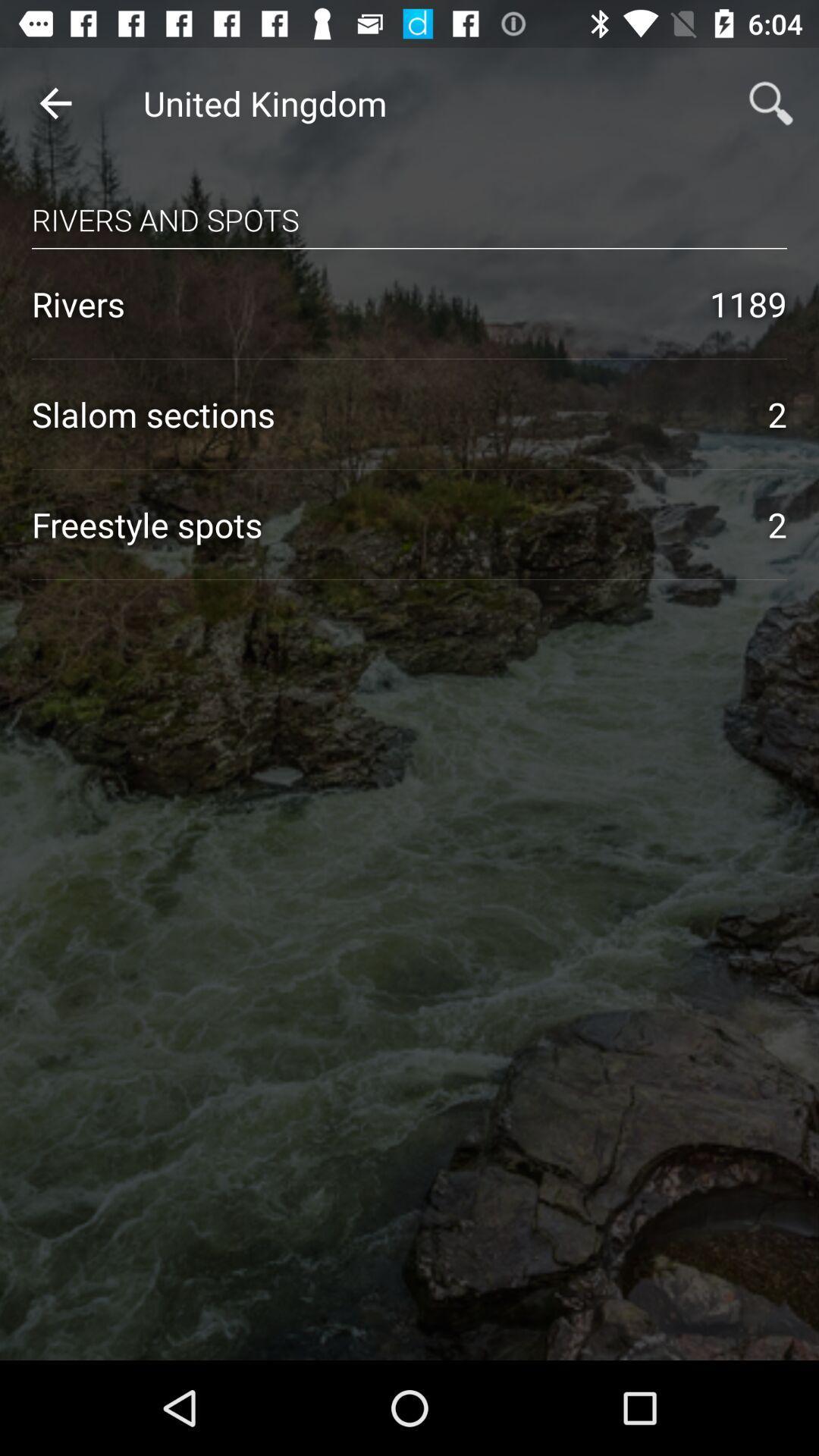 This screenshot has height=1456, width=819. Describe the element at coordinates (383, 414) in the screenshot. I see `the item to the left of 2` at that location.